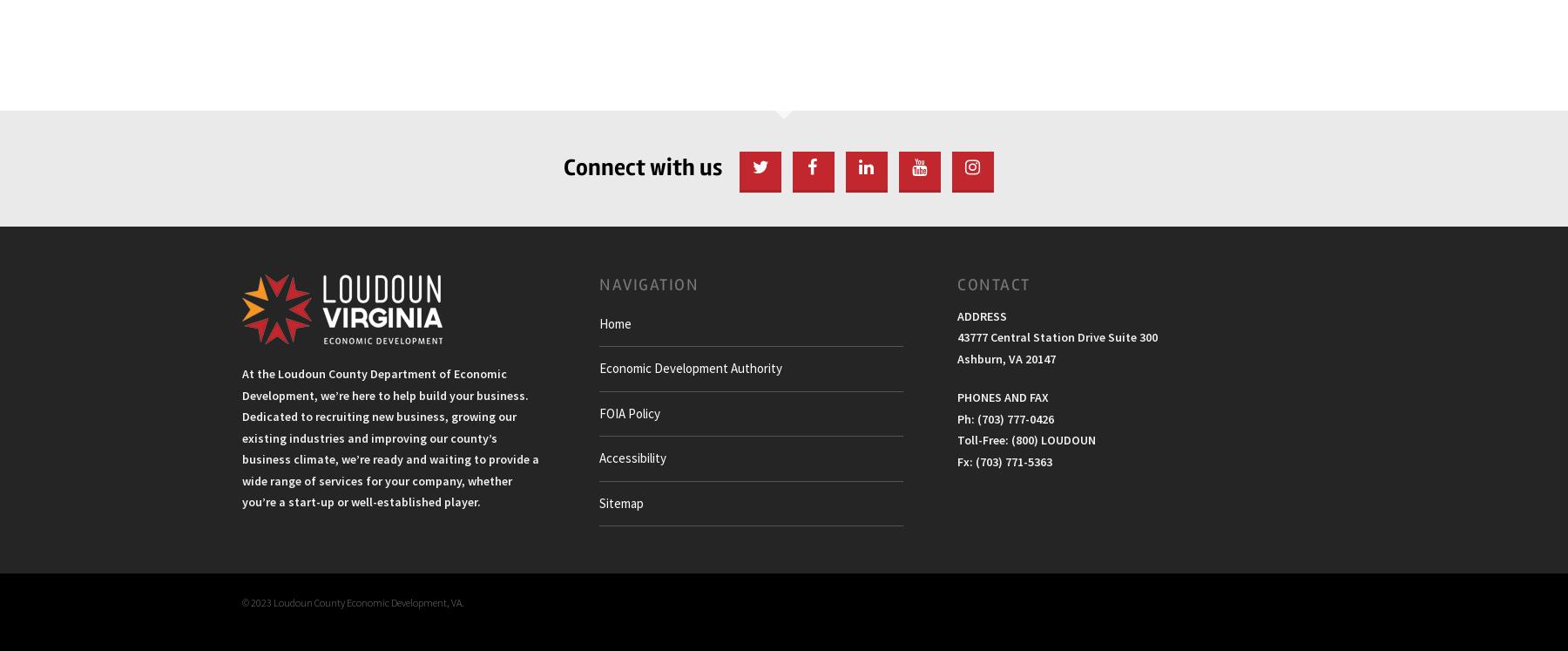  What do you see at coordinates (614, 322) in the screenshot?
I see `'Home'` at bounding box center [614, 322].